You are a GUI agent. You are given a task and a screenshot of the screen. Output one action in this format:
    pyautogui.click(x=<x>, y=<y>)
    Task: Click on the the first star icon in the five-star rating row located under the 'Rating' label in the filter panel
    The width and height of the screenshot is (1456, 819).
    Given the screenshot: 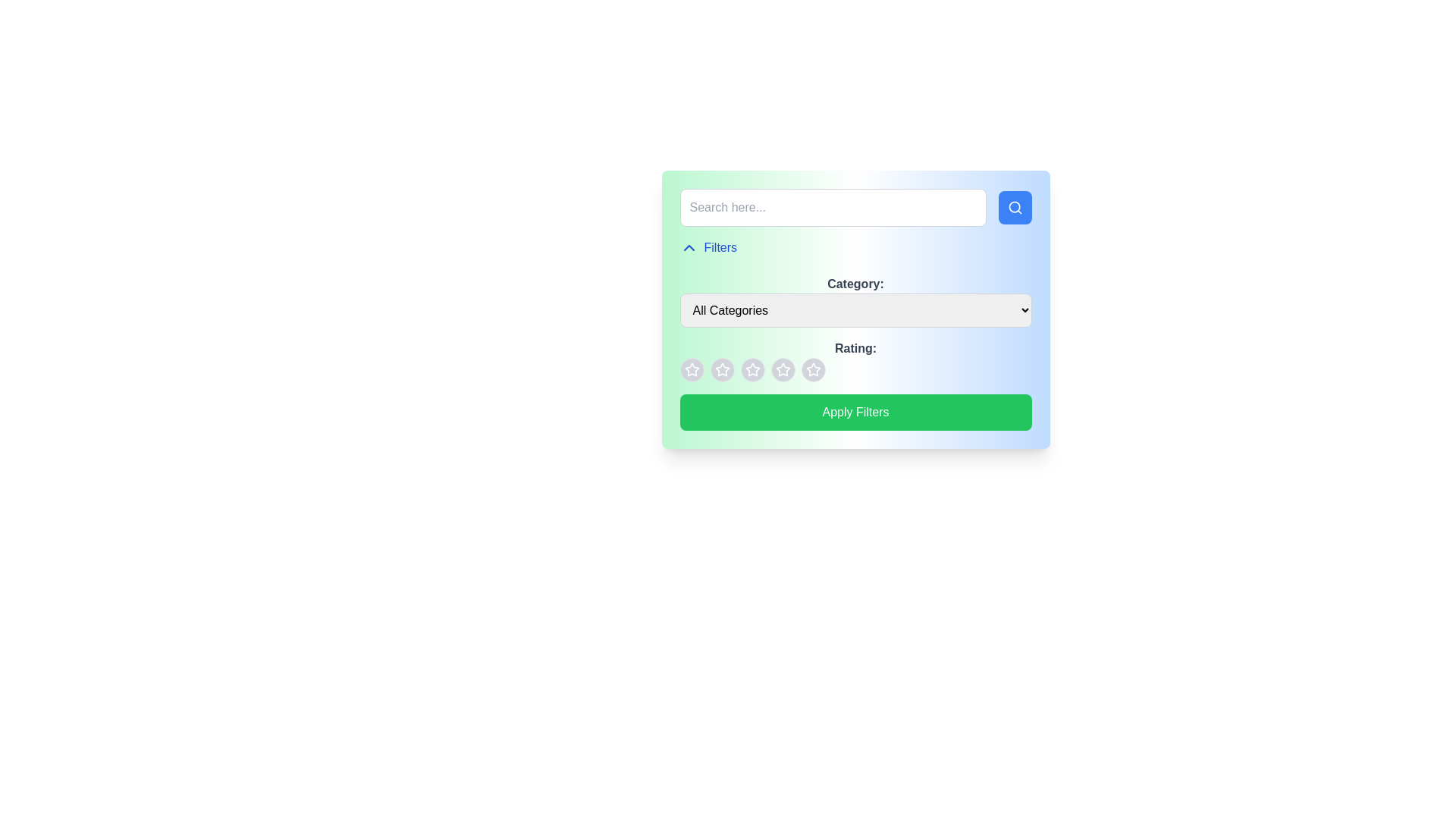 What is the action you would take?
    pyautogui.click(x=691, y=370)
    